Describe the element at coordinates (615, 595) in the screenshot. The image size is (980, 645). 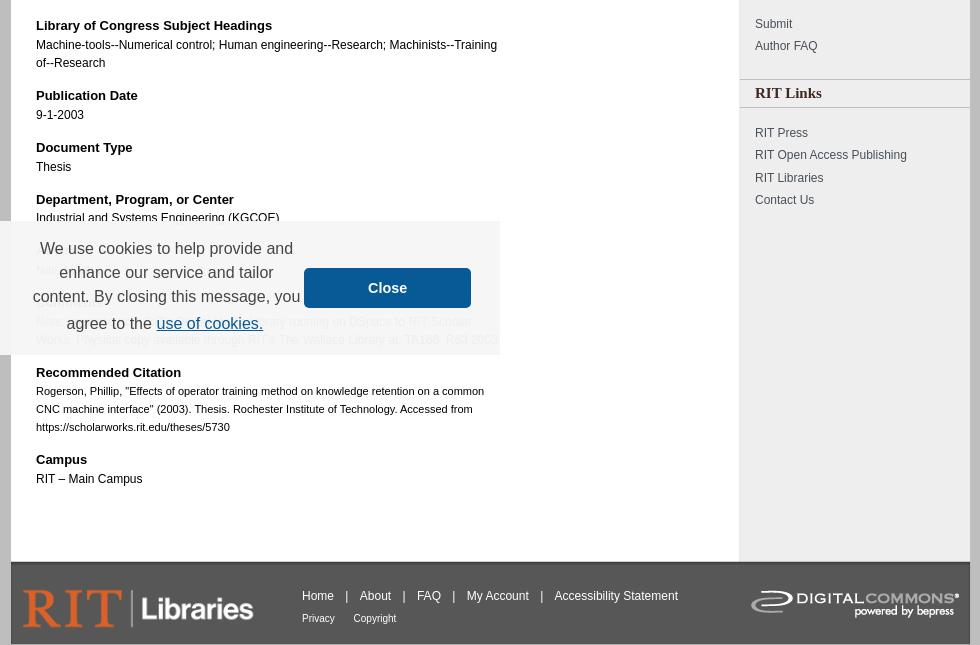
I see `'Accessibility Statement'` at that location.